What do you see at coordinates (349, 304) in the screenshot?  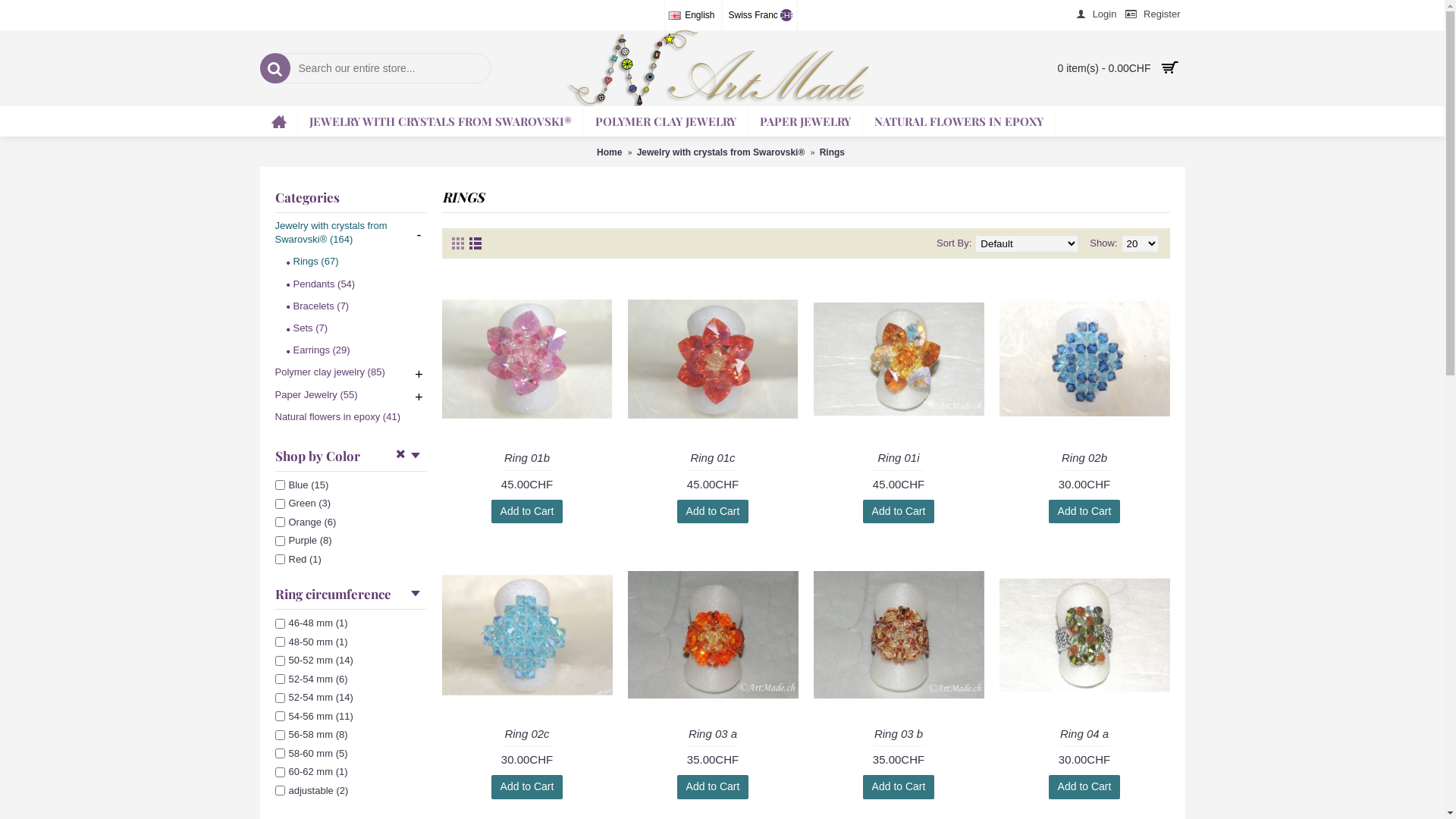 I see `'Bracelets (7)'` at bounding box center [349, 304].